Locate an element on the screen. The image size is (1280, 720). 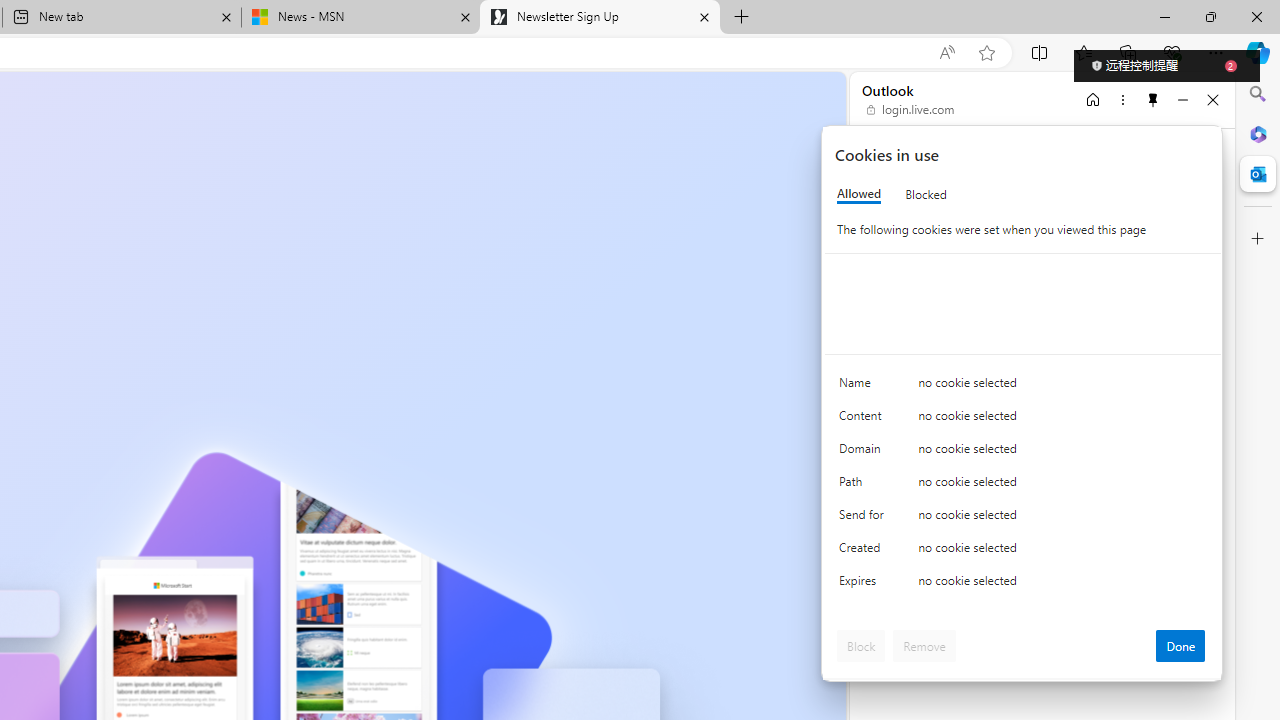
'Created' is located at coordinates (865, 552).